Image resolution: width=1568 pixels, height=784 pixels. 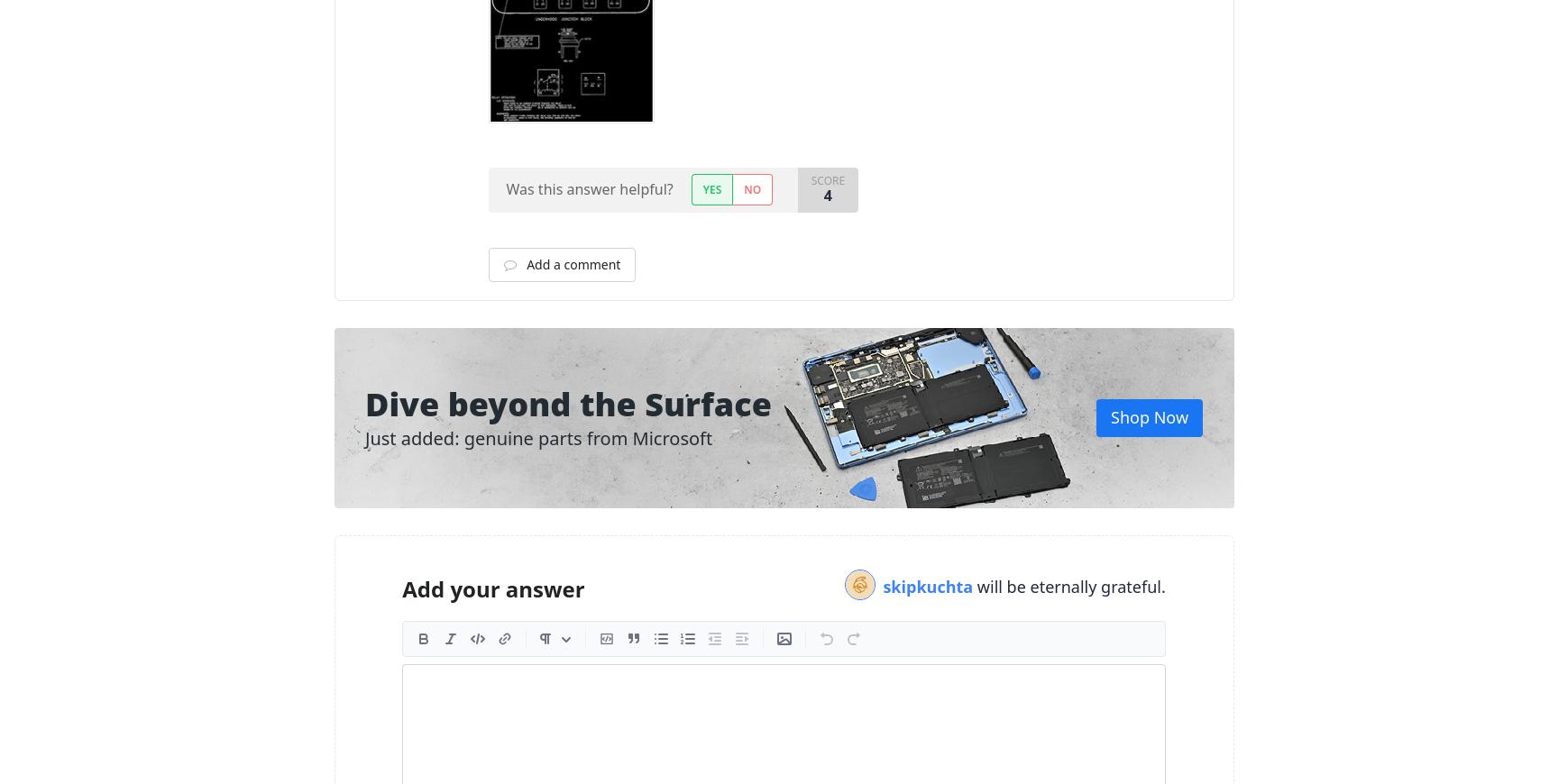 What do you see at coordinates (828, 179) in the screenshot?
I see `'Score'` at bounding box center [828, 179].